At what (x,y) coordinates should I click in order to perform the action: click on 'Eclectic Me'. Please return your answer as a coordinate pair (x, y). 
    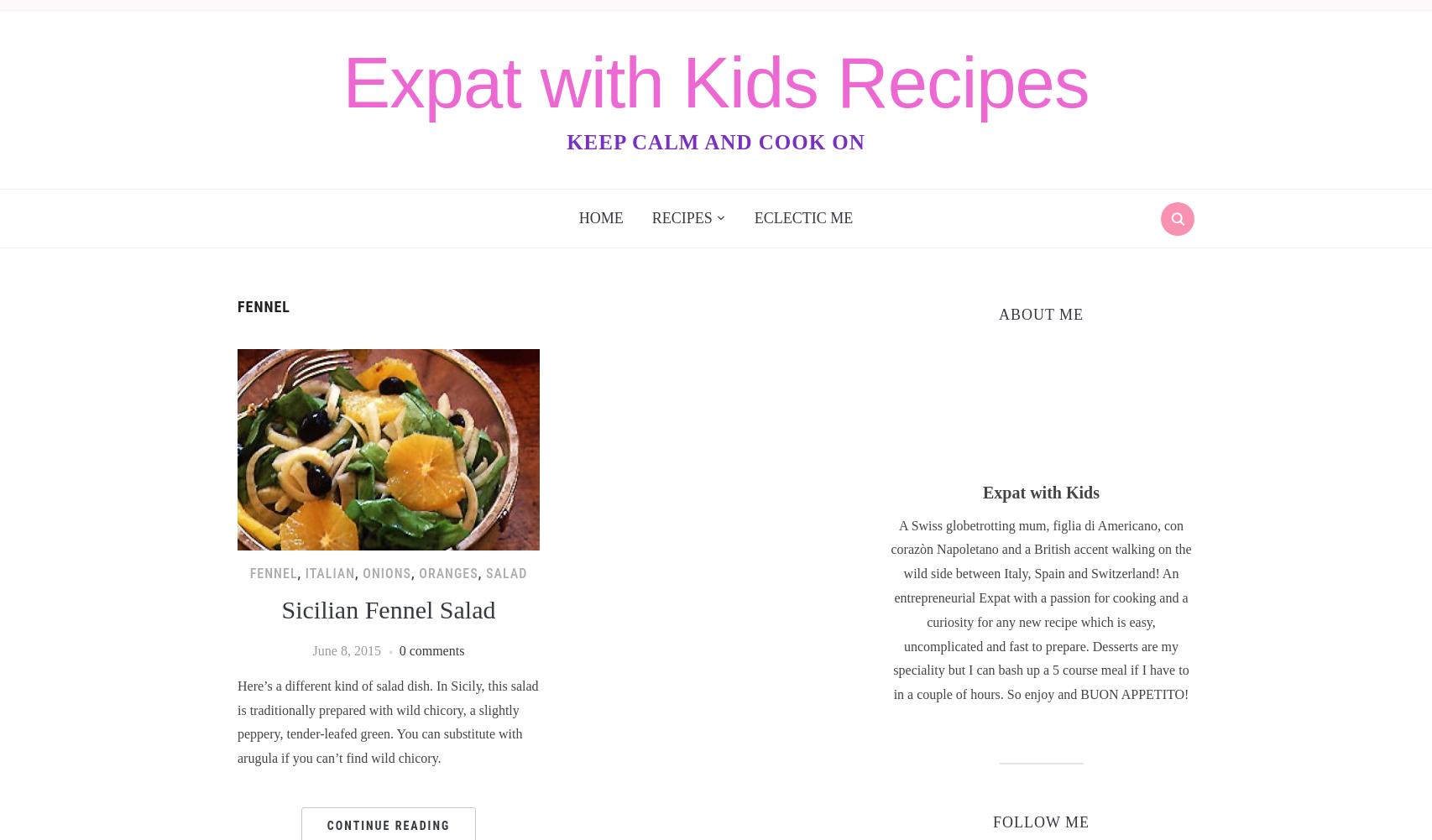
    Looking at the image, I should click on (803, 217).